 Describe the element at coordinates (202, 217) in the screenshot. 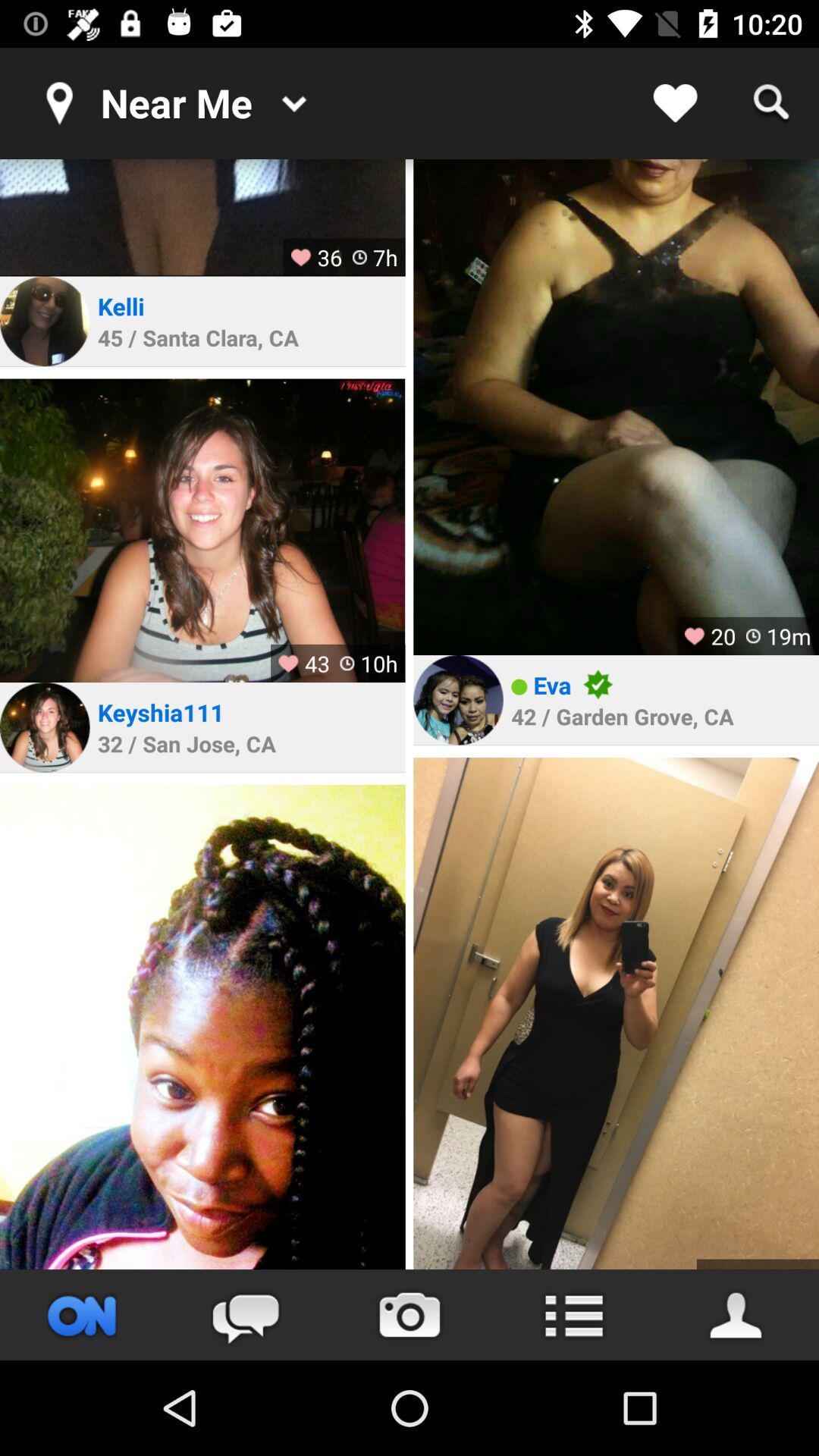

I see `the image` at that location.